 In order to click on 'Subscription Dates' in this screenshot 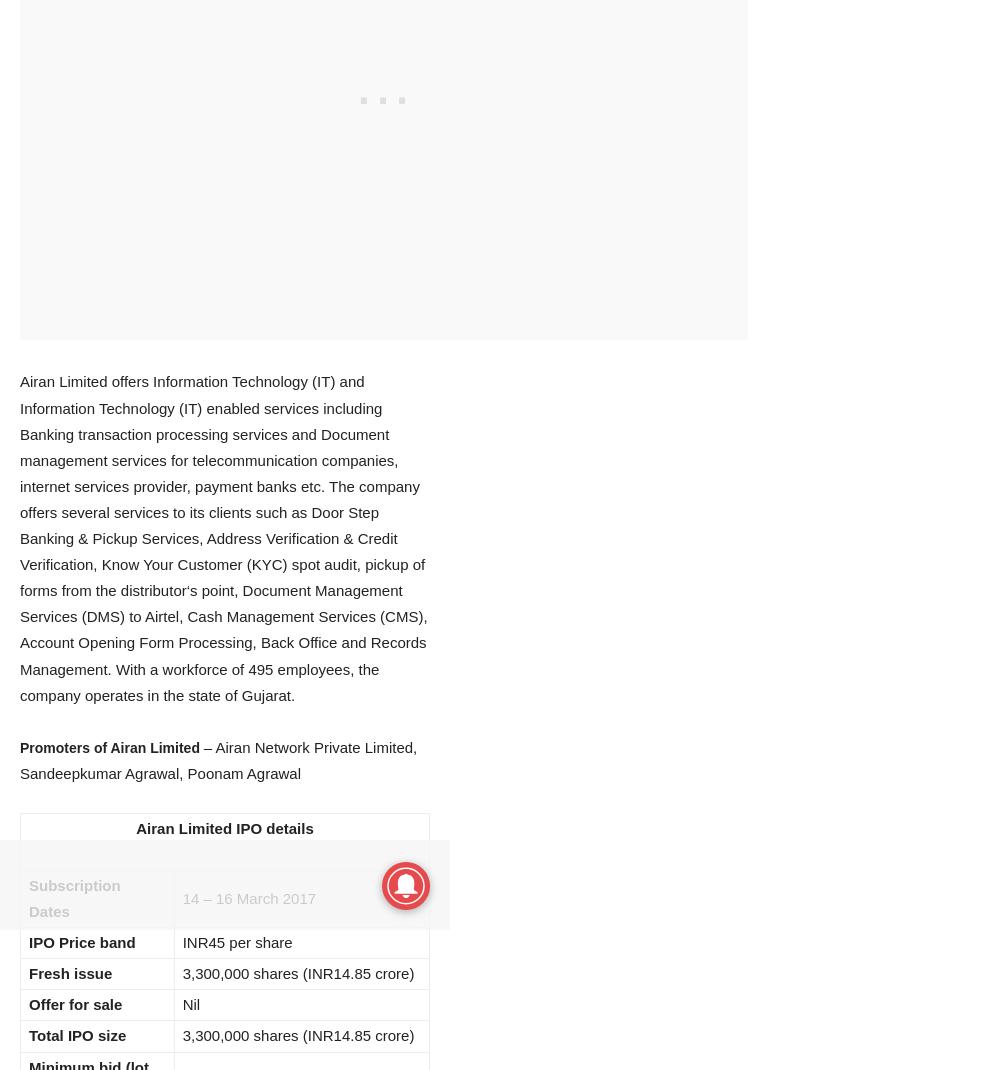, I will do `click(74, 897)`.